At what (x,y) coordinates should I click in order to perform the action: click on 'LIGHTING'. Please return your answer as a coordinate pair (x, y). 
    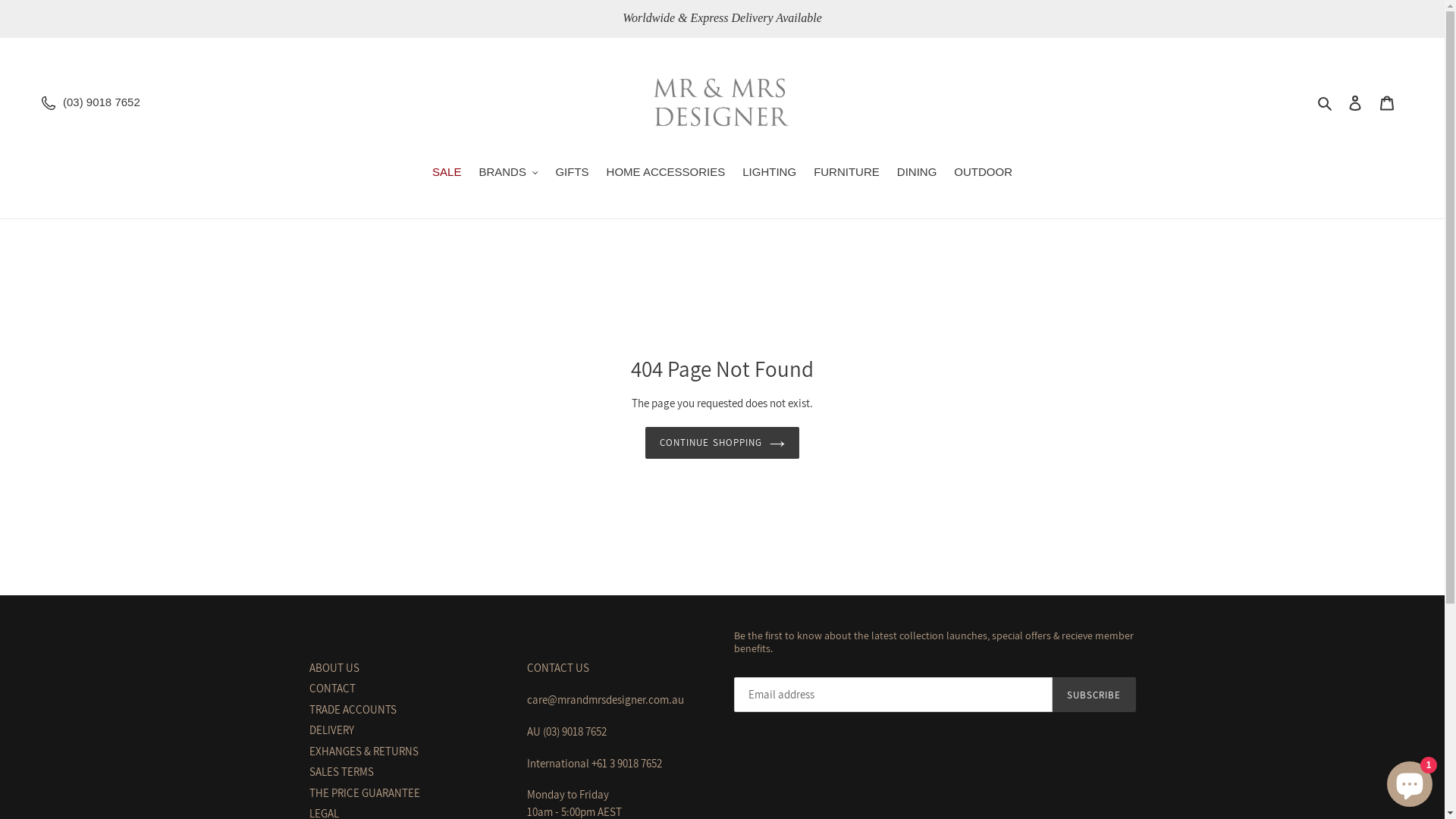
    Looking at the image, I should click on (769, 172).